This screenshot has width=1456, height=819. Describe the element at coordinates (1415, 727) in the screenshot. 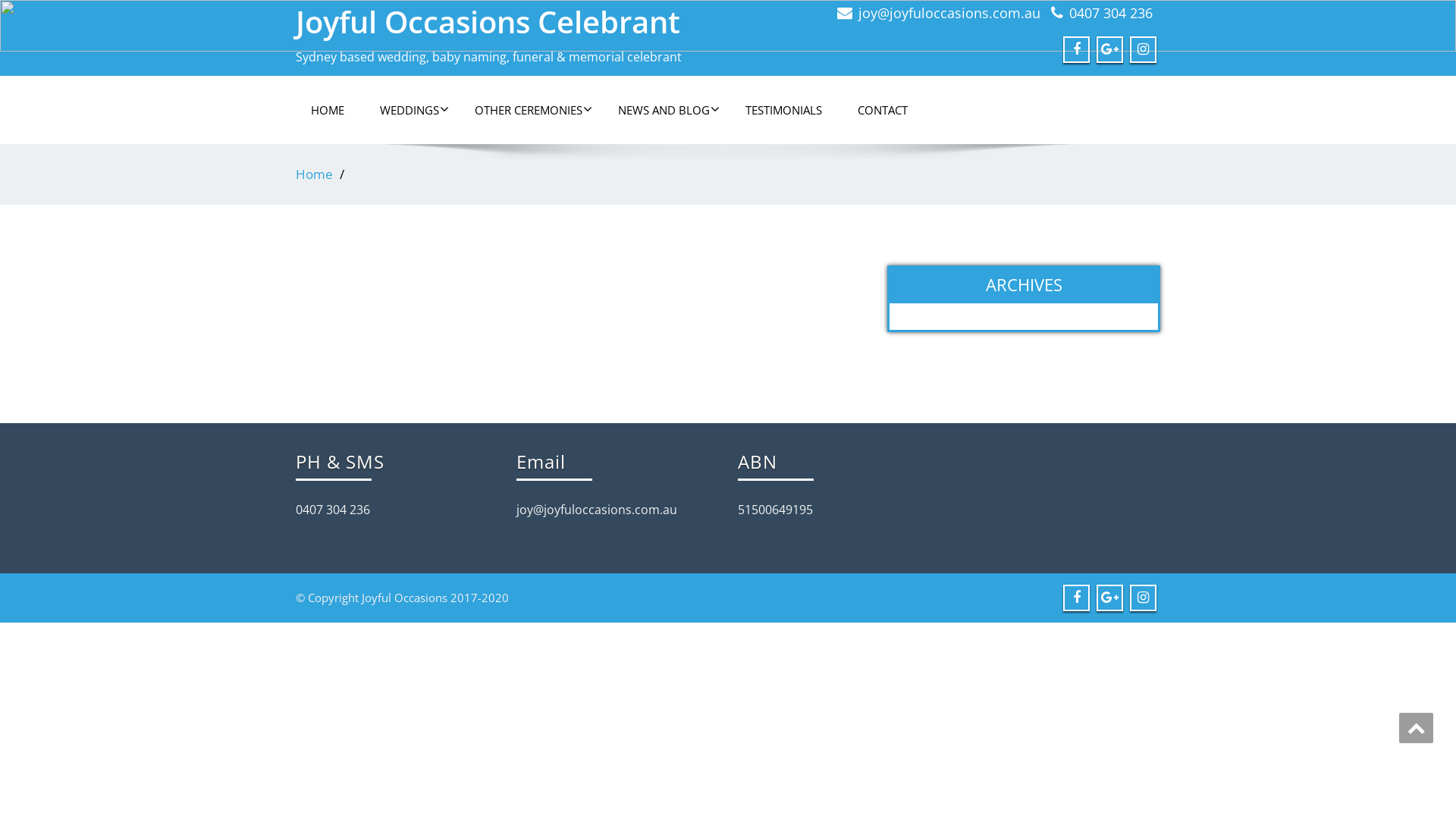

I see `'Go Top'` at that location.